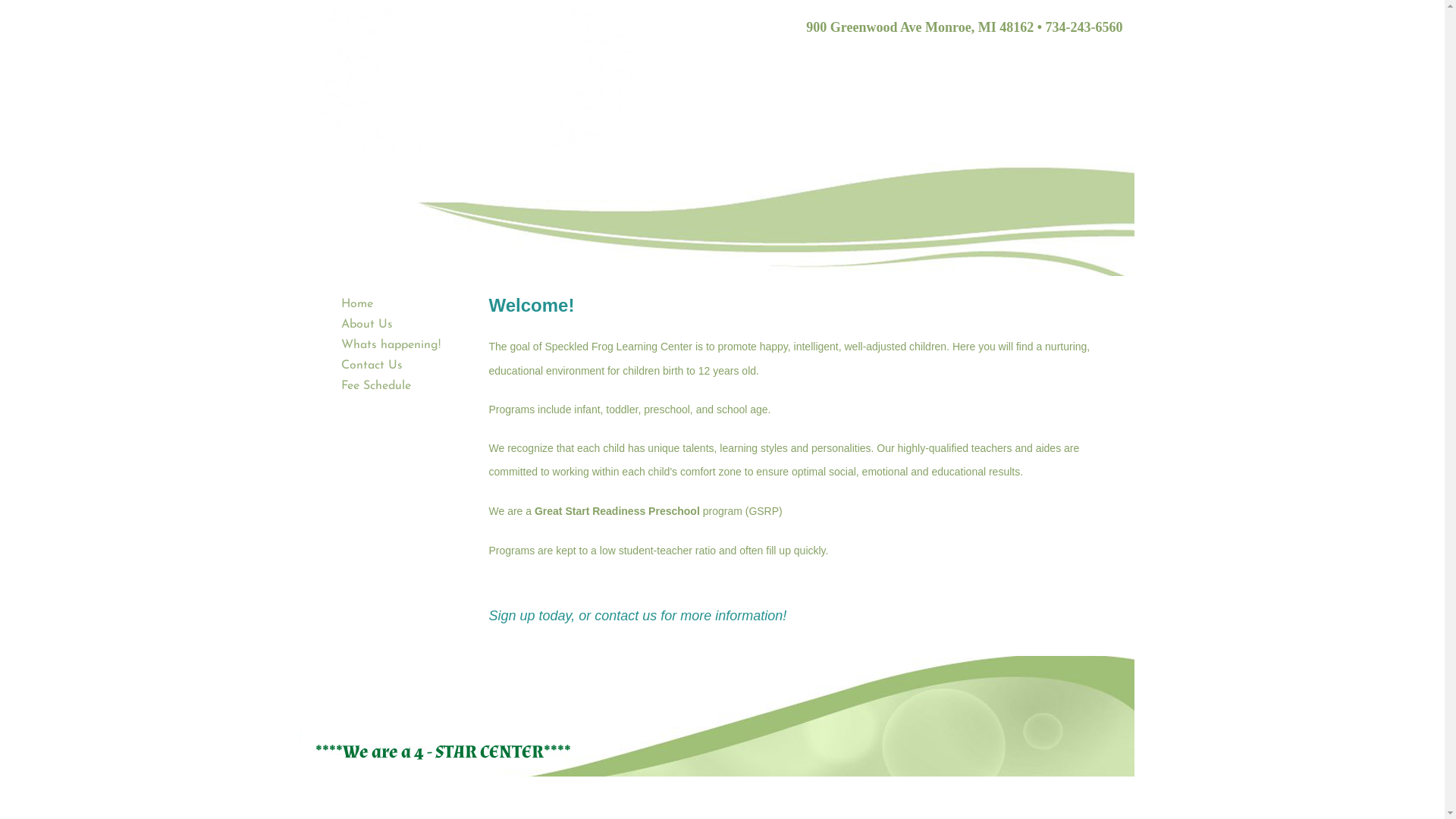 The height and width of the screenshot is (819, 1456). What do you see at coordinates (367, 324) in the screenshot?
I see `'About Us'` at bounding box center [367, 324].